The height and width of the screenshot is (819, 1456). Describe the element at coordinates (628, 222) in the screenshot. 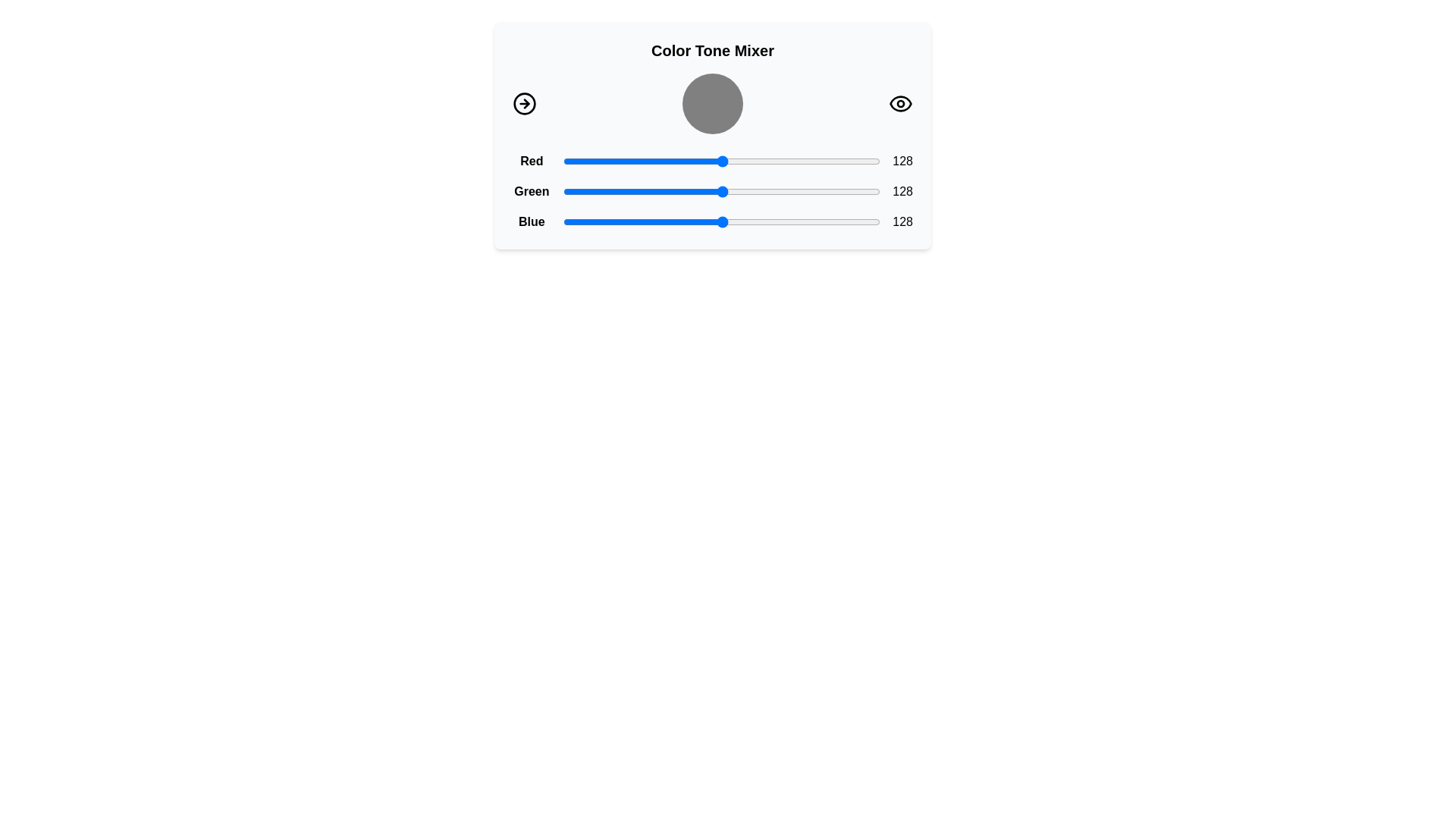

I see `the slider value` at that location.